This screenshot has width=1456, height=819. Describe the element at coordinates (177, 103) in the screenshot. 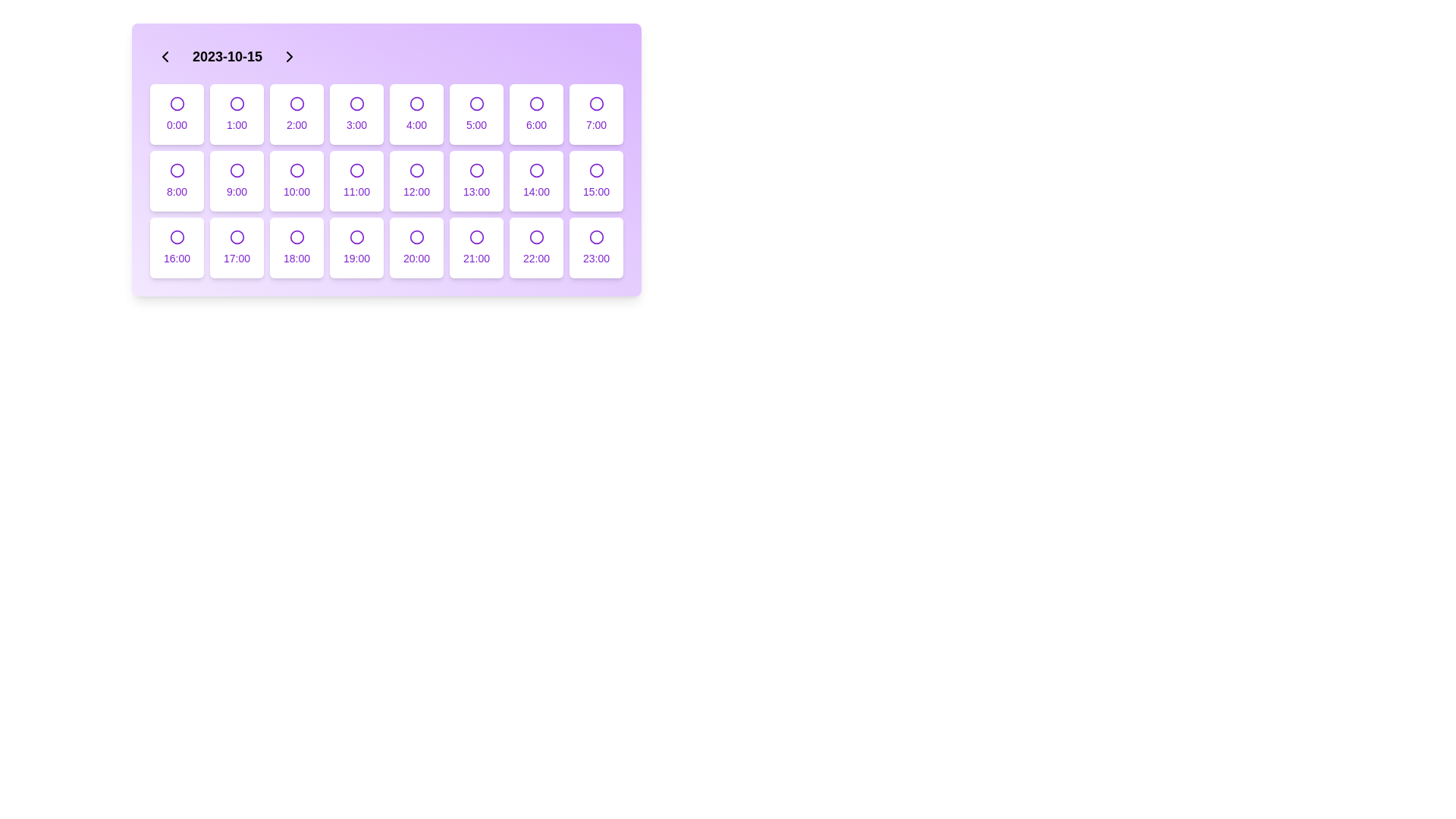

I see `the circular icon outlined in purple, located above the text '0:00' in the first card of the grid layout` at that location.